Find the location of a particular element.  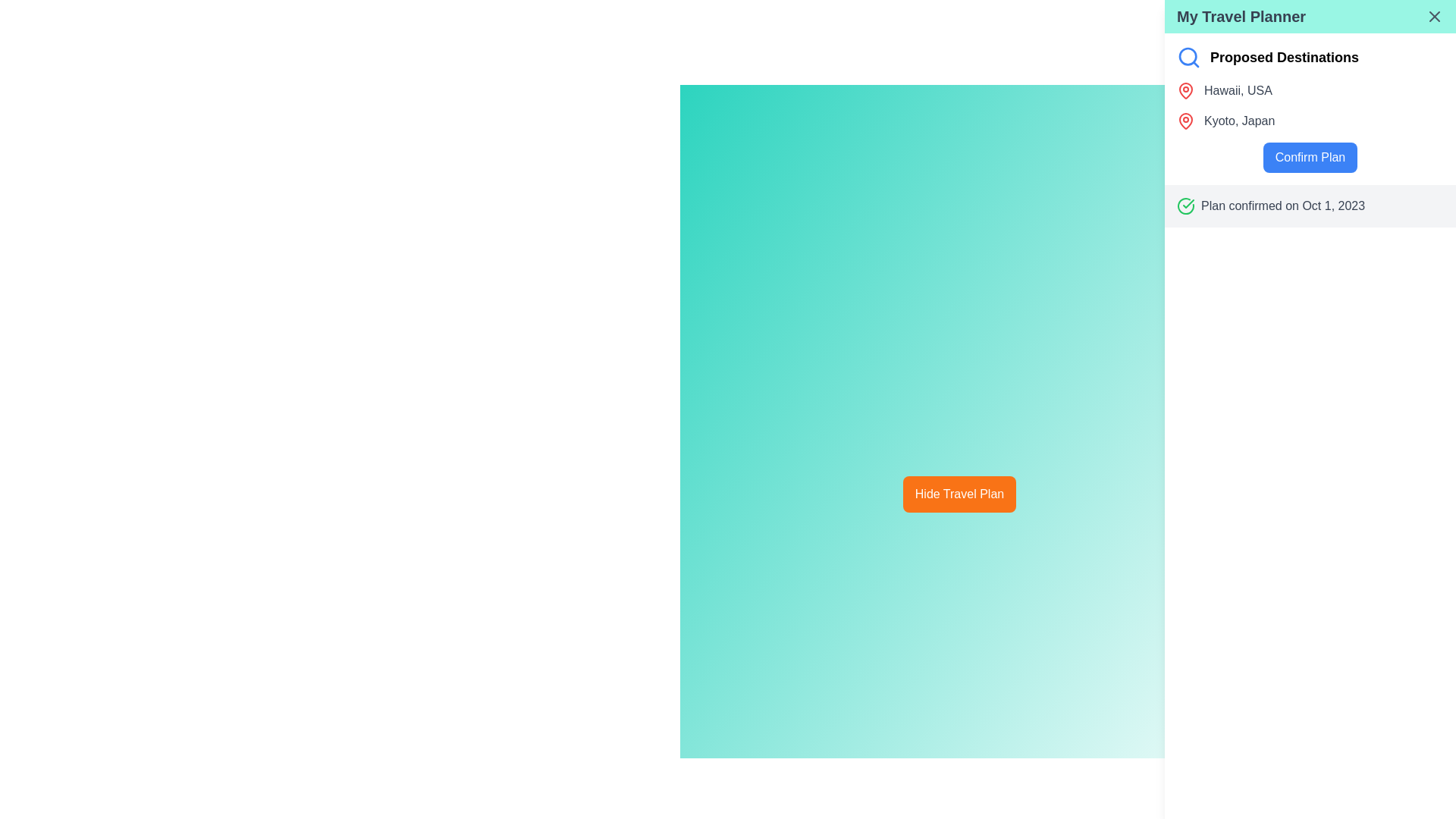

the green circular icon with a checkmark located next to the text 'Plan confirmed on Oct 1, 2023' in the right sidebar is located at coordinates (1185, 206).